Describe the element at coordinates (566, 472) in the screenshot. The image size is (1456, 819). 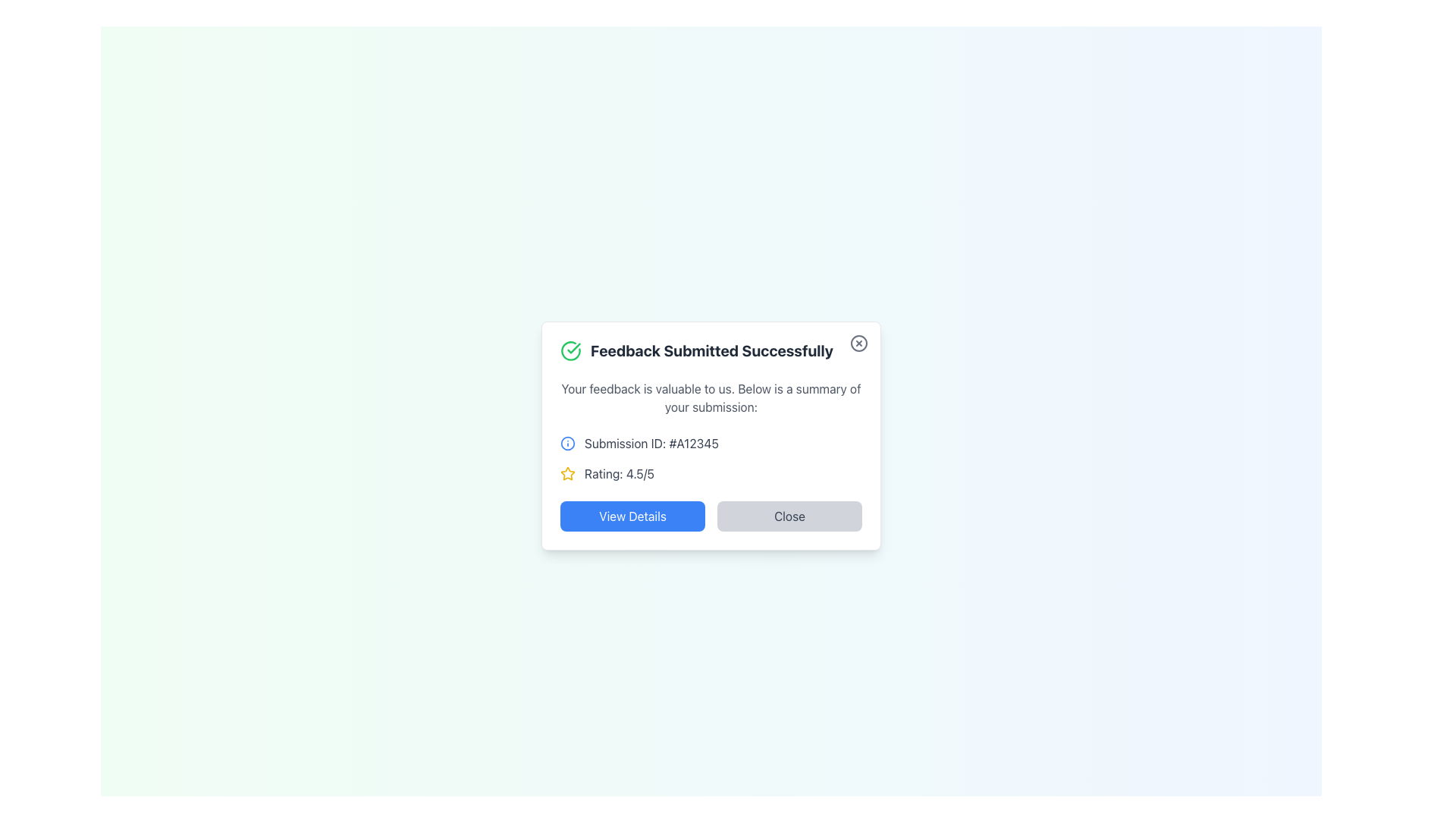
I see `yellow star shape icon that is part of the rating display in the modal dialog box next to the text 'Rating: 4.5/5'` at that location.